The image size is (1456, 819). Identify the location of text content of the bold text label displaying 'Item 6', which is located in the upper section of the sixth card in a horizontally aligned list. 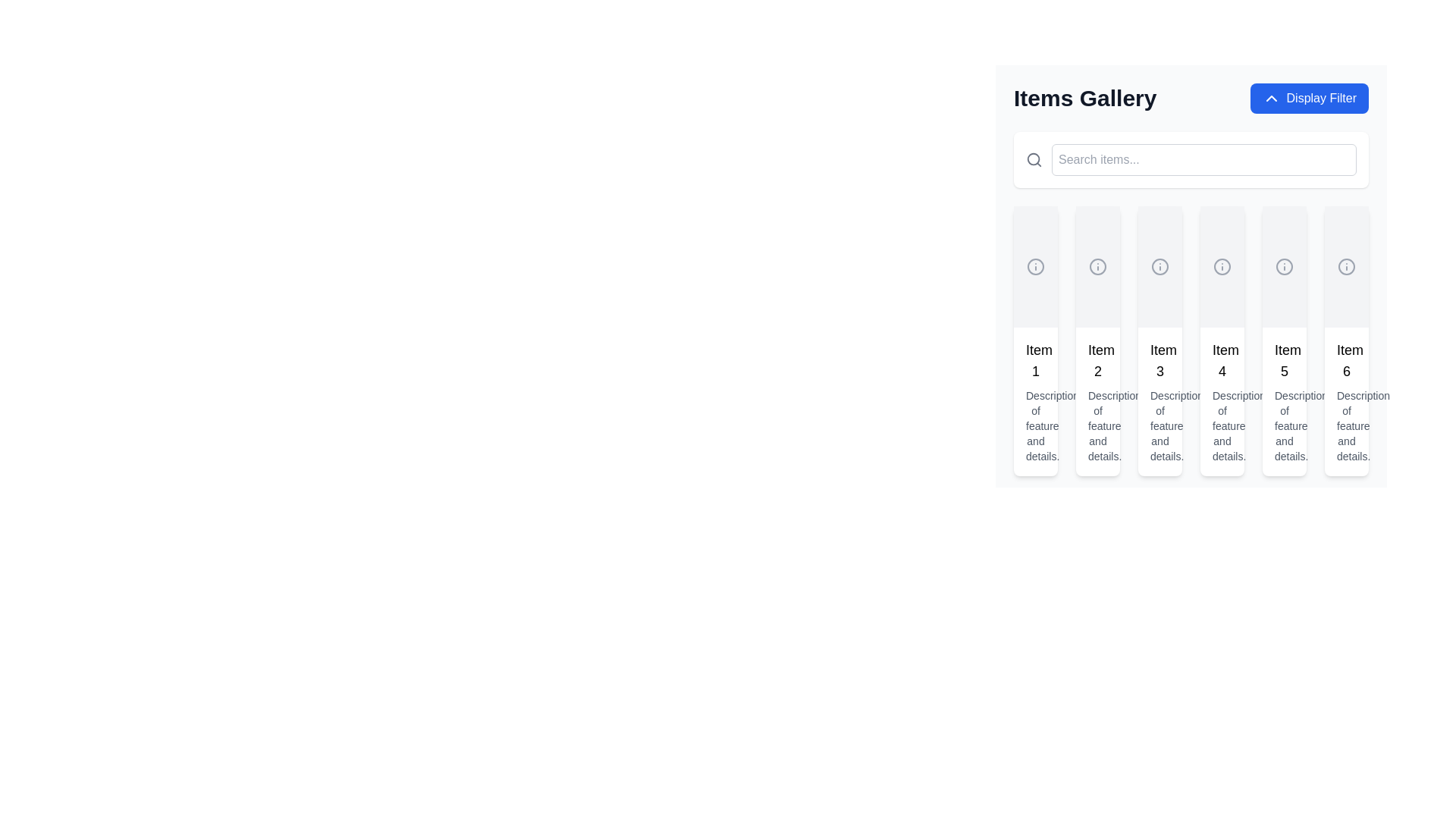
(1347, 360).